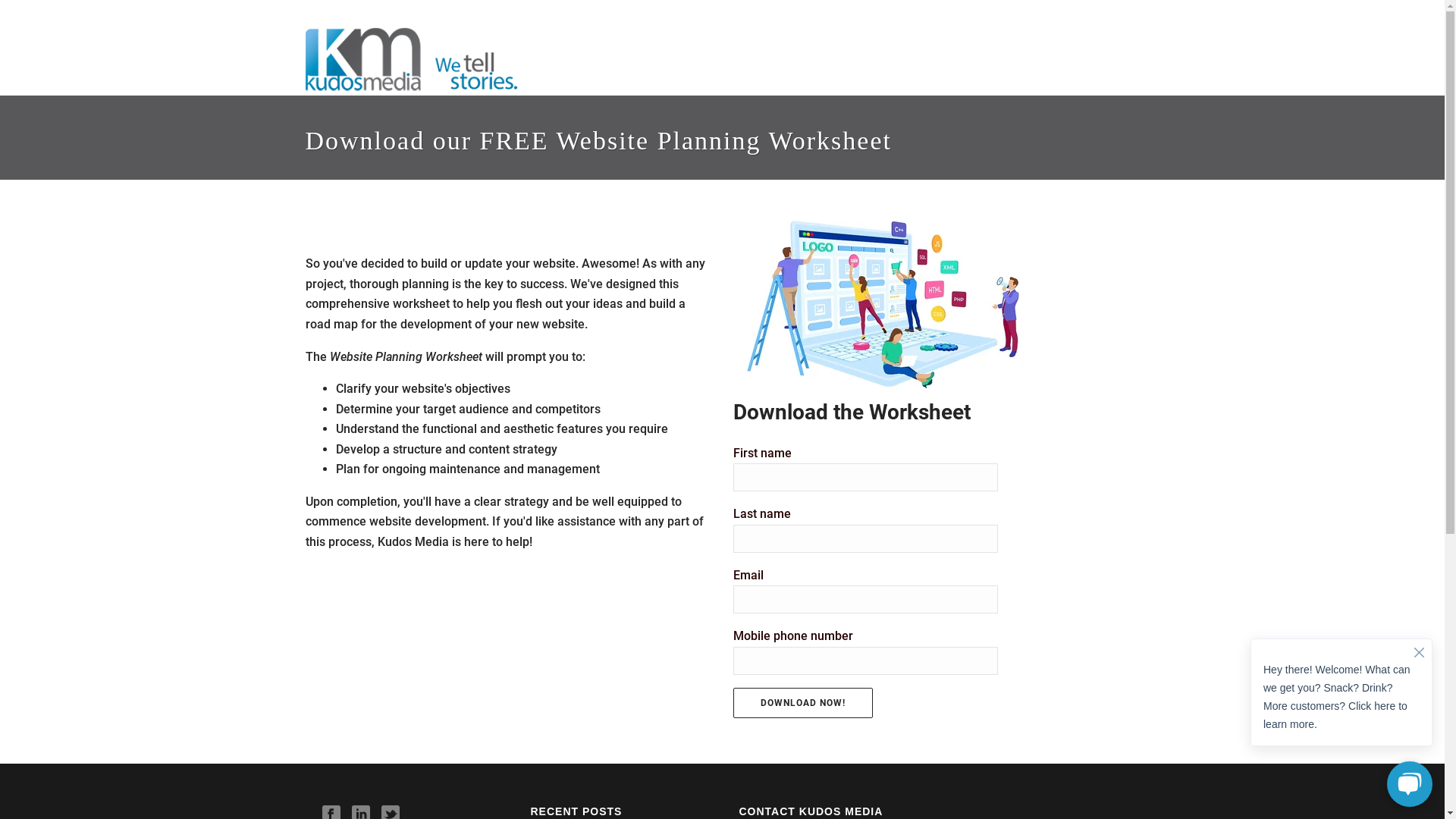  Describe the element at coordinates (802, 702) in the screenshot. I see `'Download Now!'` at that location.